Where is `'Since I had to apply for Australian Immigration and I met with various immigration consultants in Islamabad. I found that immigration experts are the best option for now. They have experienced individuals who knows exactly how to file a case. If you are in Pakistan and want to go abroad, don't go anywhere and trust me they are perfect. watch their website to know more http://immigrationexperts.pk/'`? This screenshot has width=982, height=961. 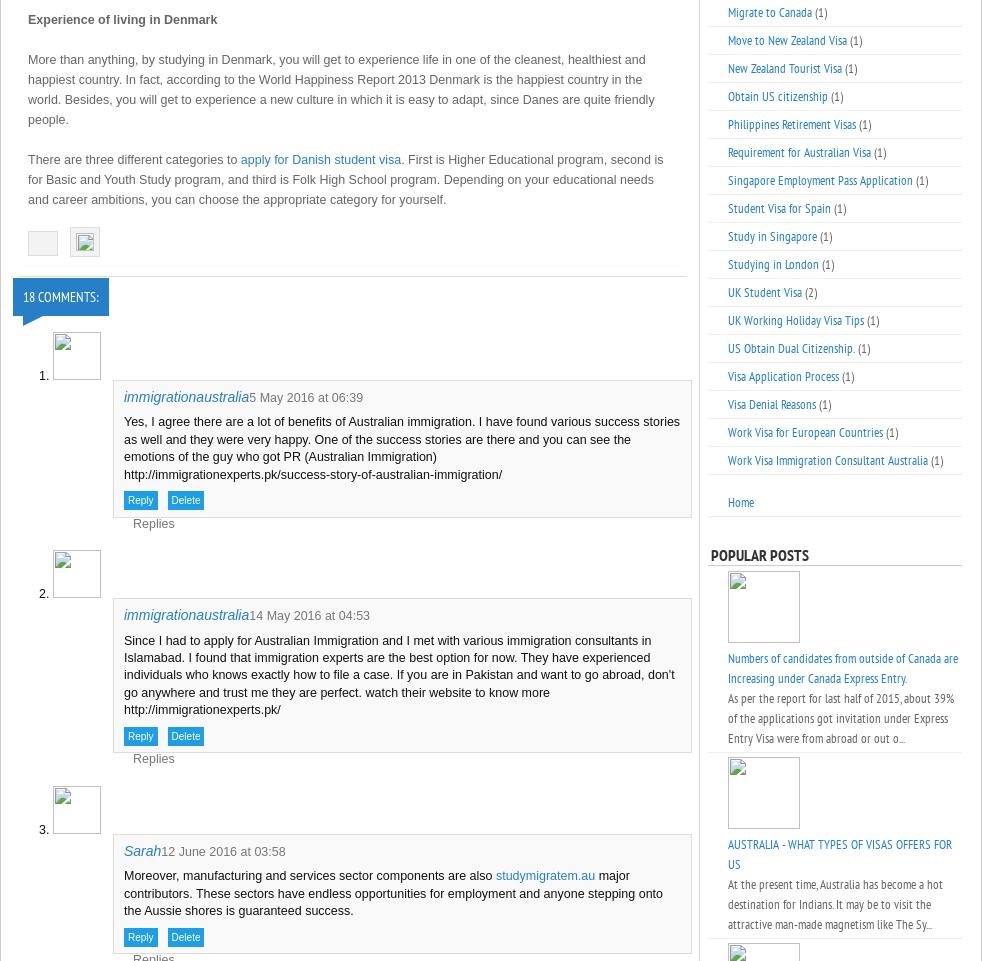
'Since I had to apply for Australian Immigration and I met with various immigration consultants in Islamabad. I found that immigration experts are the best option for now. They have experienced individuals who knows exactly how to file a case. If you are in Pakistan and want to go abroad, don't go anywhere and trust me they are perfect. watch their website to know more http://immigrationexperts.pk/' is located at coordinates (398, 674).